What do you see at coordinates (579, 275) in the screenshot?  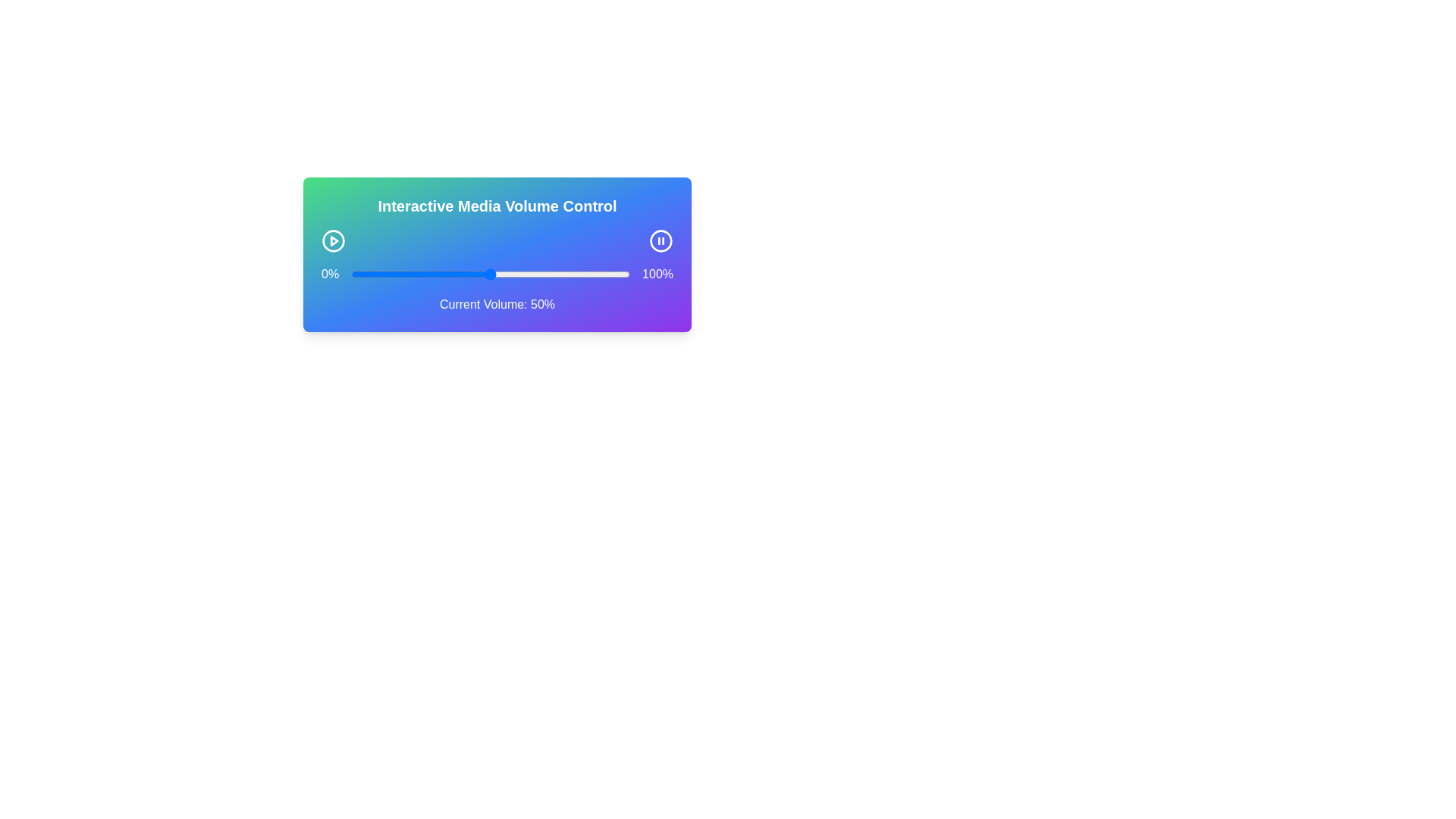 I see `the volume slider to 82%` at bounding box center [579, 275].